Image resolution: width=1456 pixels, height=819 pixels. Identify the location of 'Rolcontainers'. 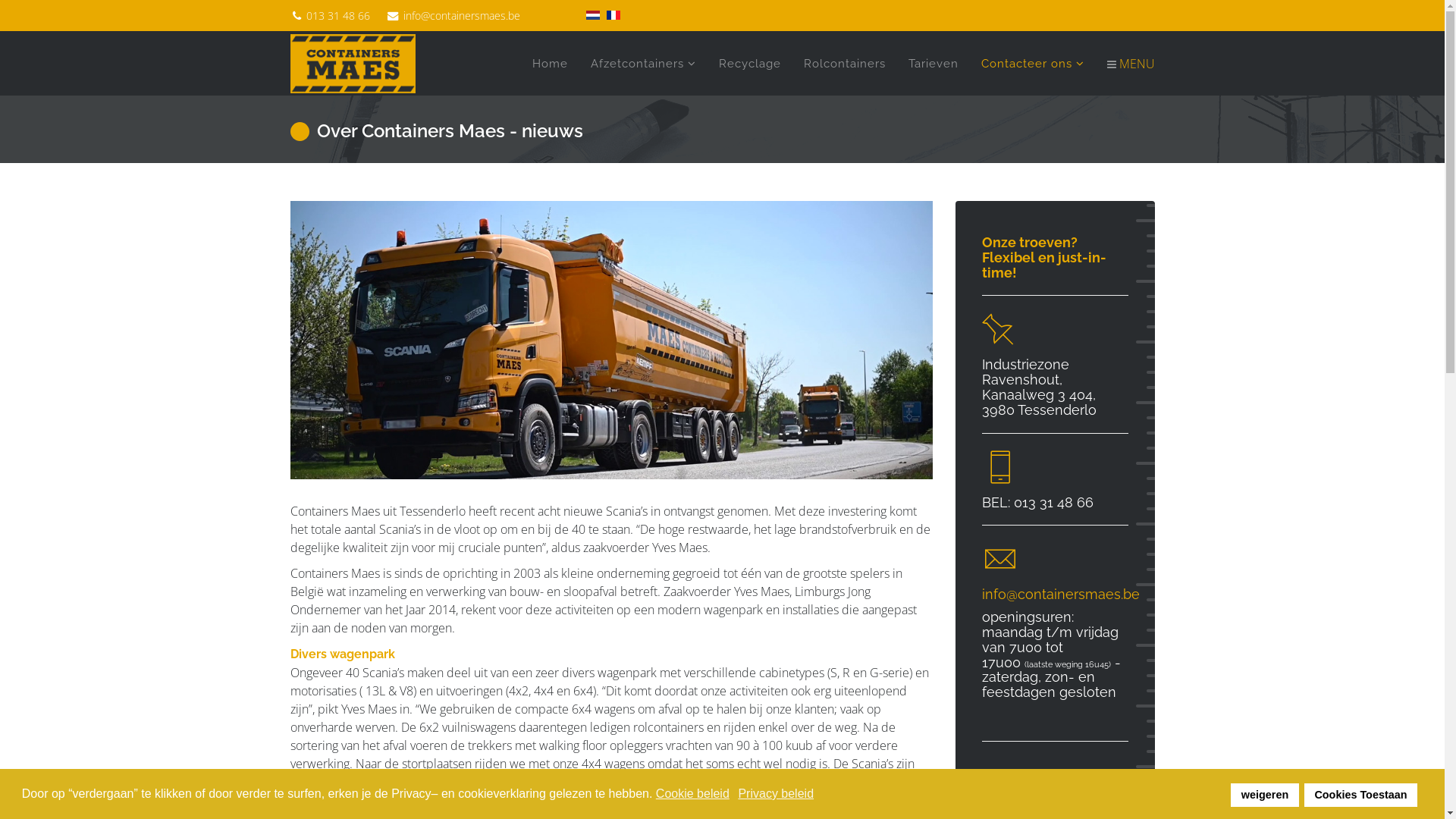
(843, 63).